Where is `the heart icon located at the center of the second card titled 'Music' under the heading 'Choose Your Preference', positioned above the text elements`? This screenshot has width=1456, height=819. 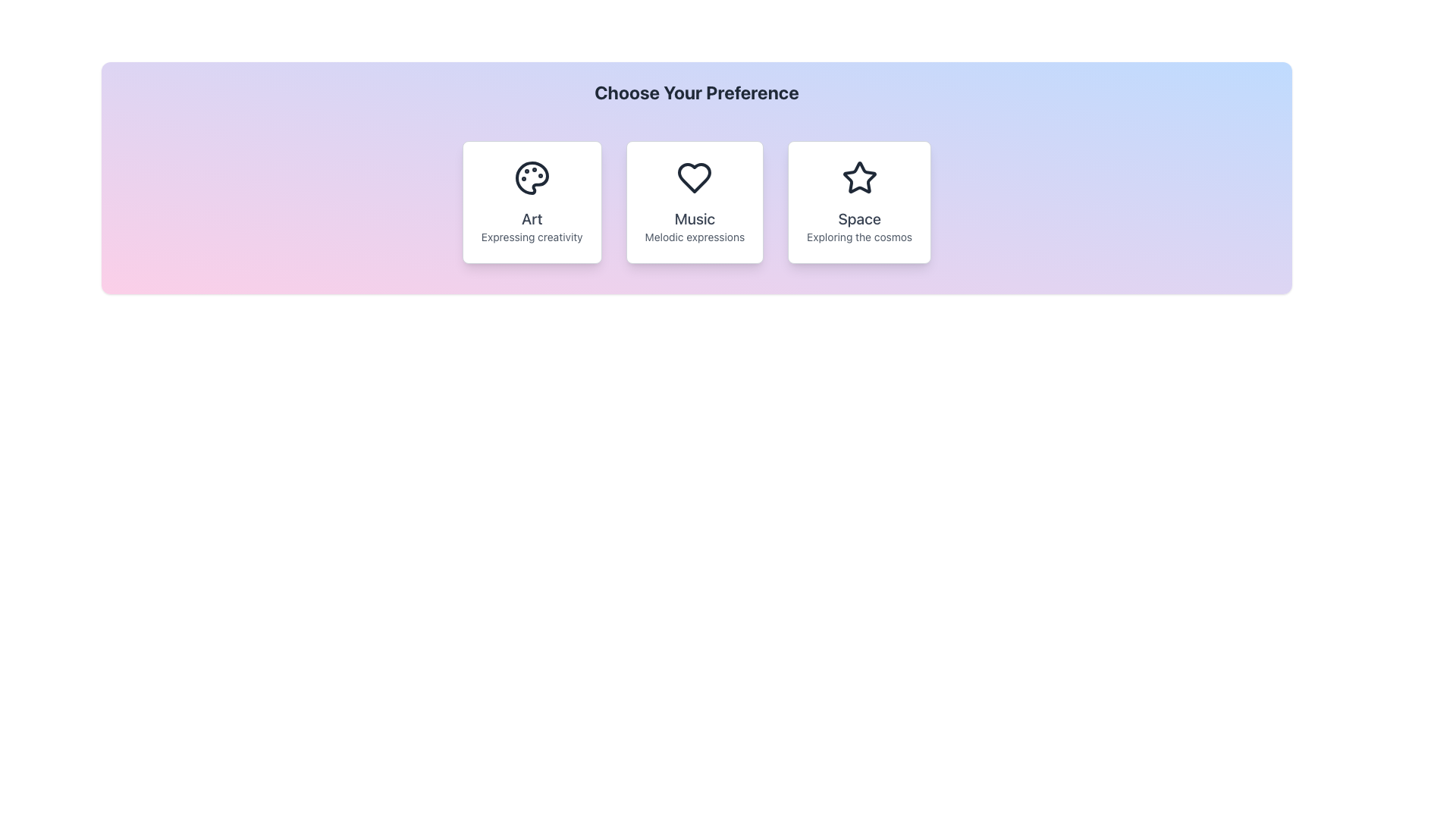
the heart icon located at the center of the second card titled 'Music' under the heading 'Choose Your Preference', positioned above the text elements is located at coordinates (694, 177).